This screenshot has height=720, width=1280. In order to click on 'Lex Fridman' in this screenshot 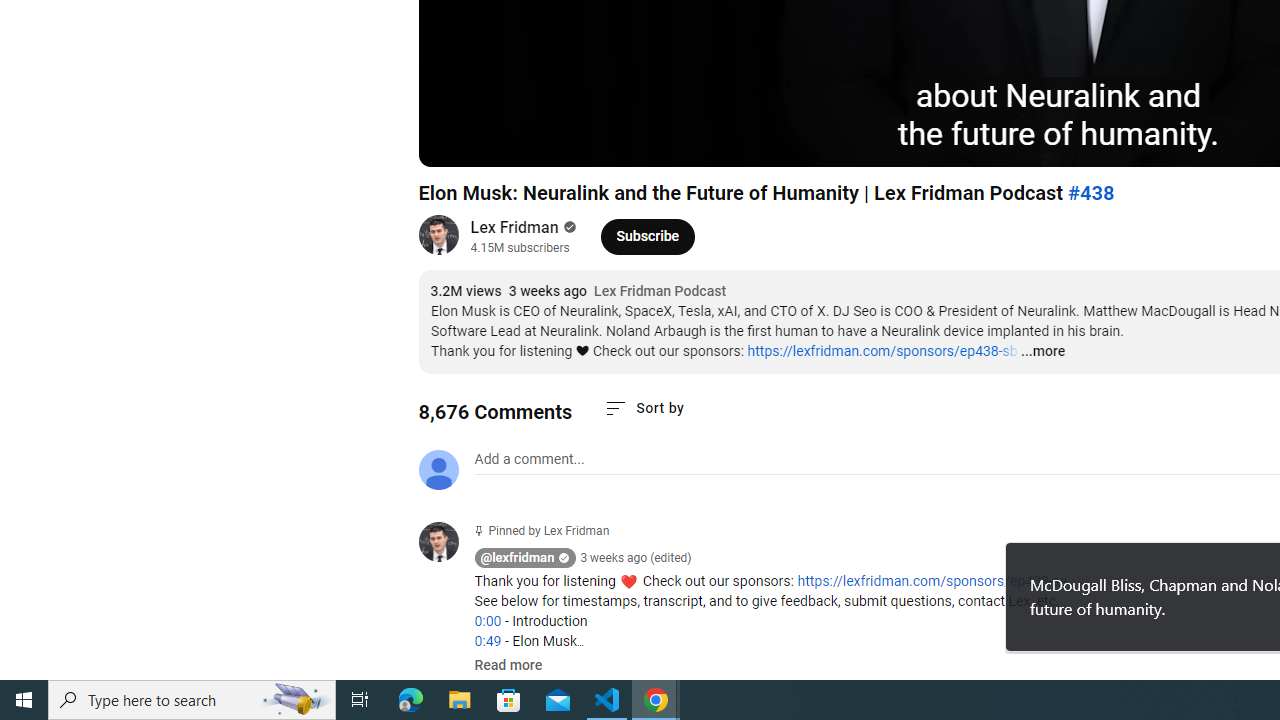, I will do `click(515, 226)`.